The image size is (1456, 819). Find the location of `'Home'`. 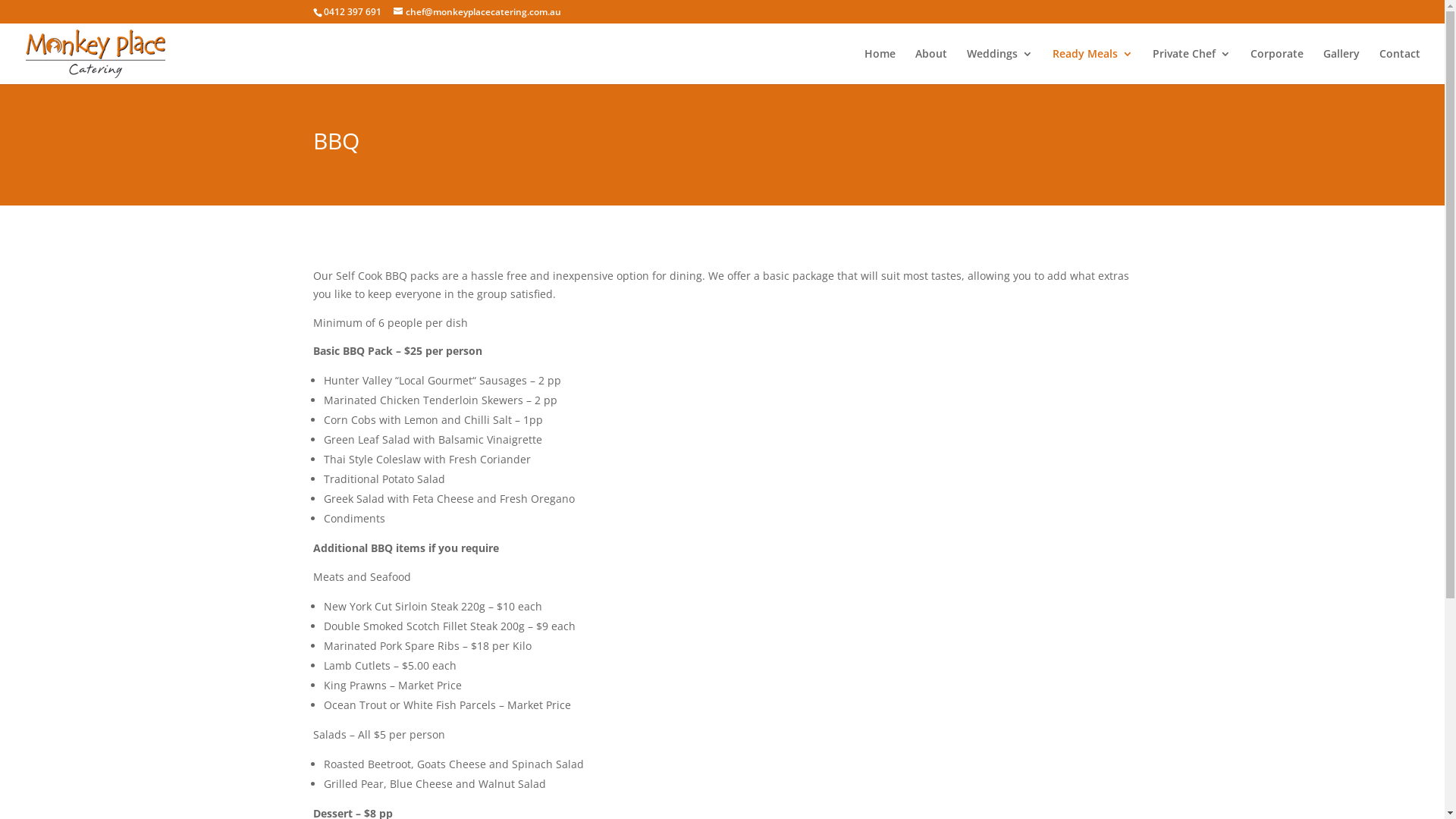

'Home' is located at coordinates (880, 65).